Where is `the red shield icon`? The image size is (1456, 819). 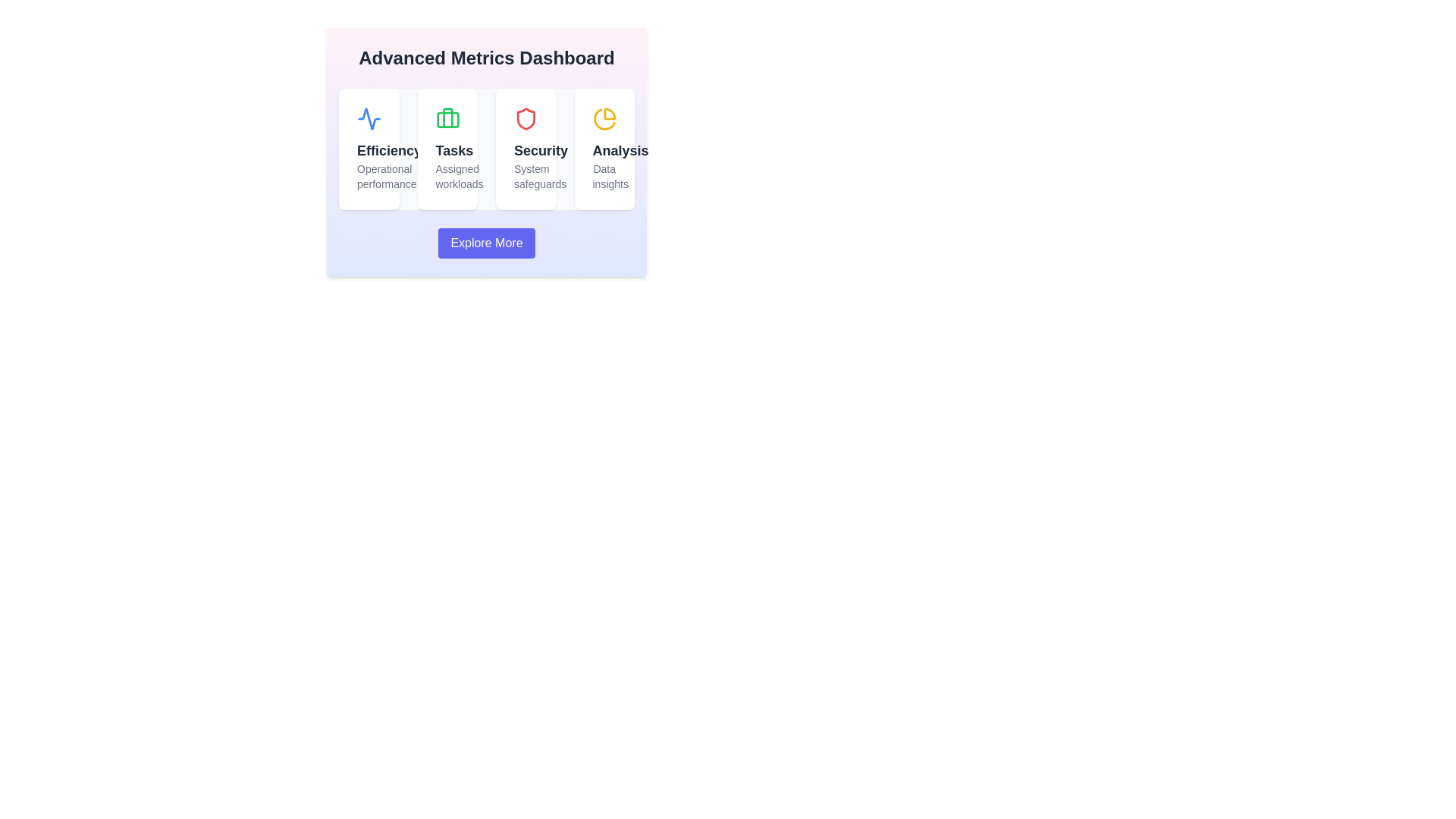 the red shield icon is located at coordinates (526, 118).